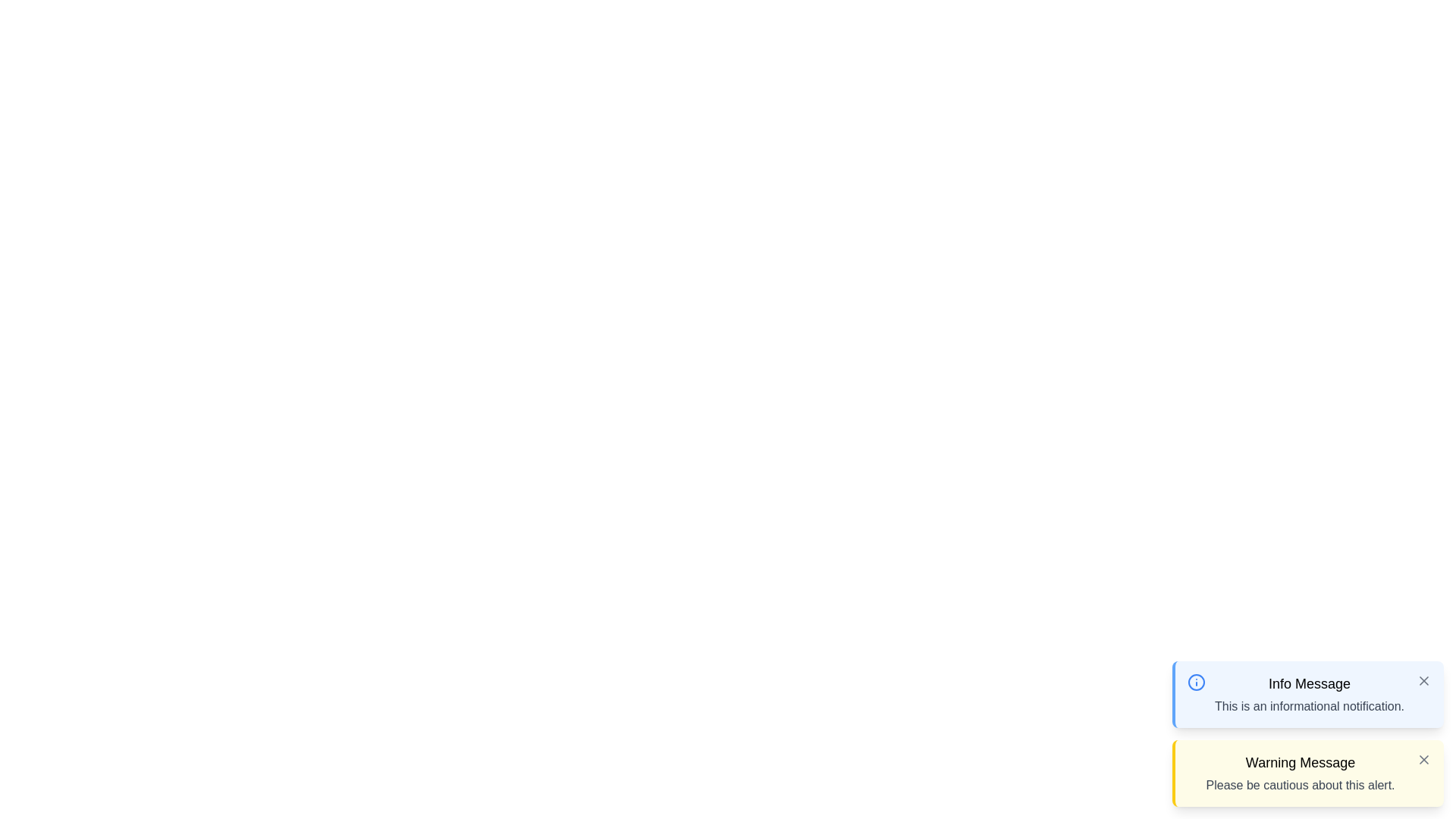 The width and height of the screenshot is (1456, 819). I want to click on the 'X' button in the top-right corner of the 'Warning Message' alert, so click(1423, 760).